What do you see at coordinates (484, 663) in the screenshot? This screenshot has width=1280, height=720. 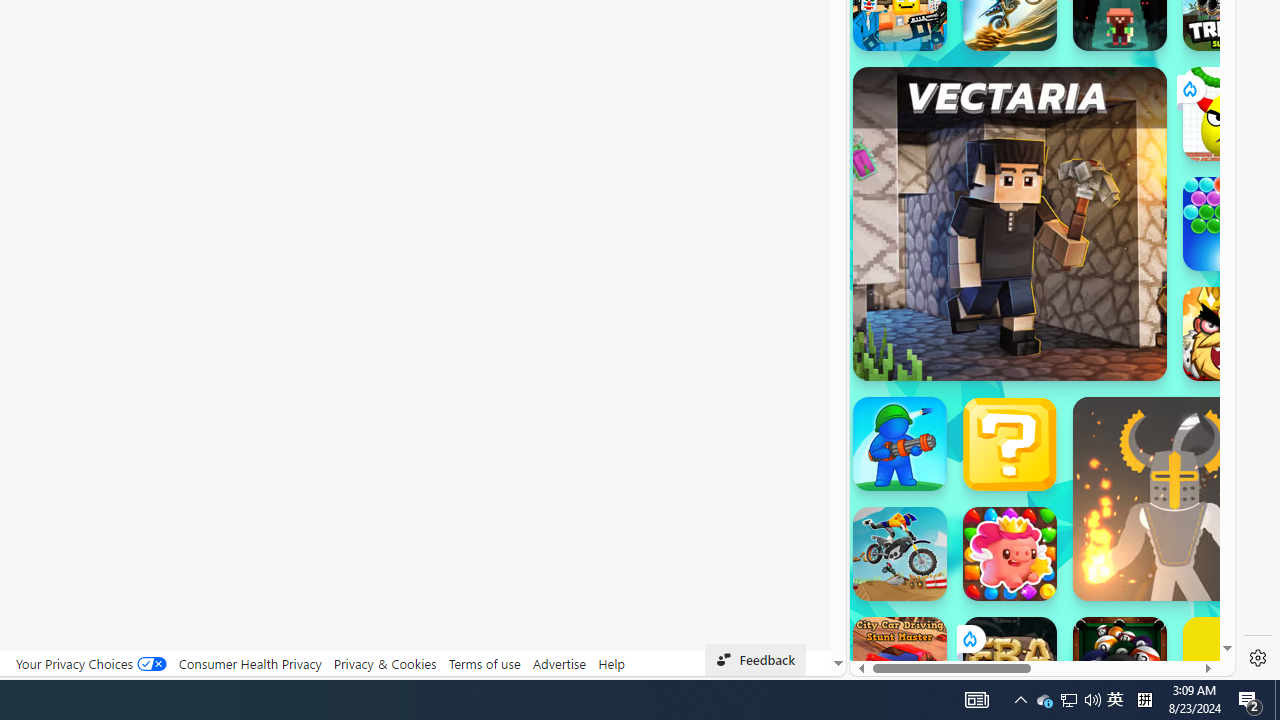 I see `'Terms of use'` at bounding box center [484, 663].